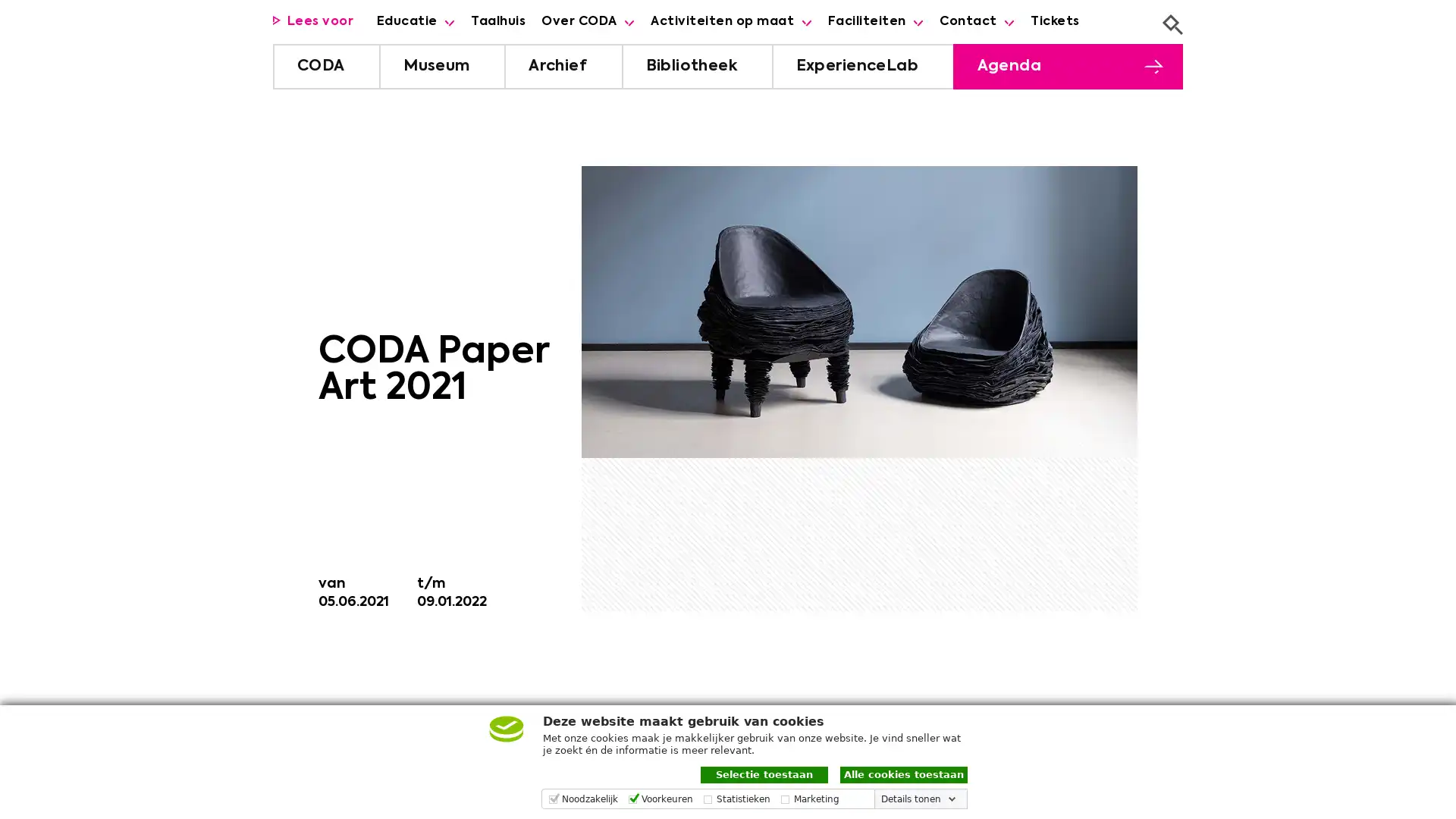 Image resolution: width=1456 pixels, height=819 pixels. I want to click on Luister met de ReachDeck-werkbalk, so click(309, 23).